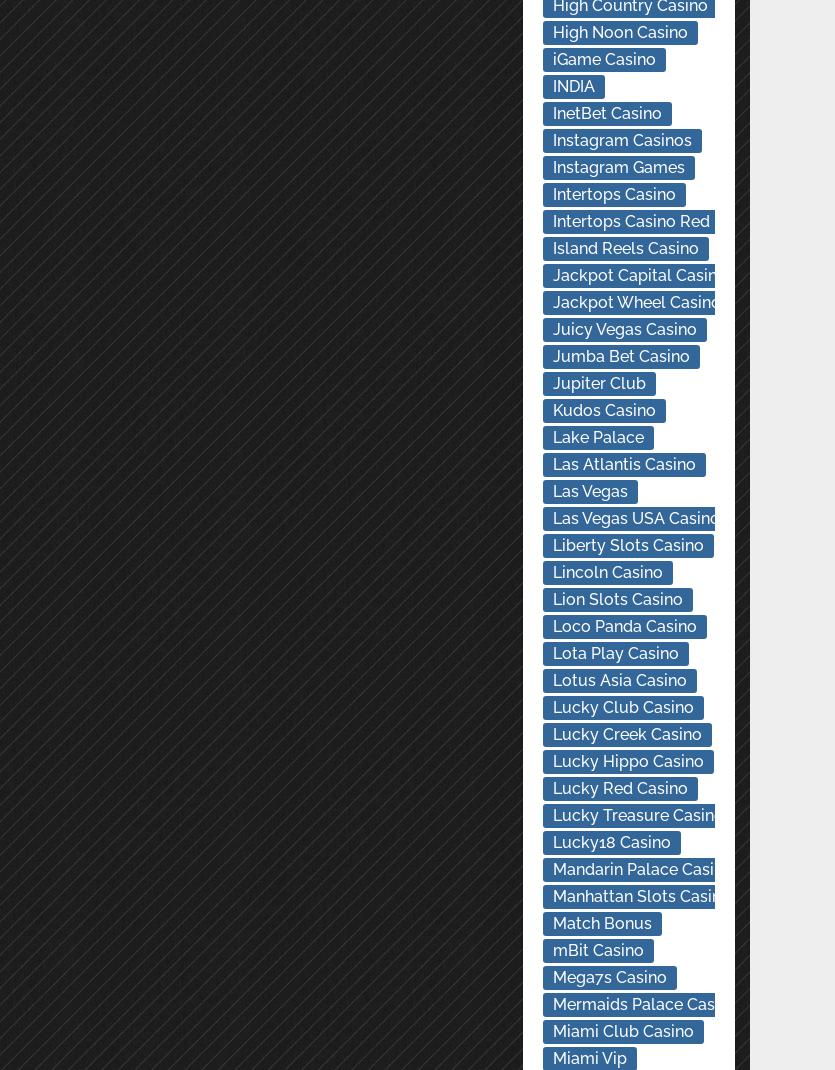 The height and width of the screenshot is (1070, 835). I want to click on 'Loco Panda Casino', so click(622, 626).